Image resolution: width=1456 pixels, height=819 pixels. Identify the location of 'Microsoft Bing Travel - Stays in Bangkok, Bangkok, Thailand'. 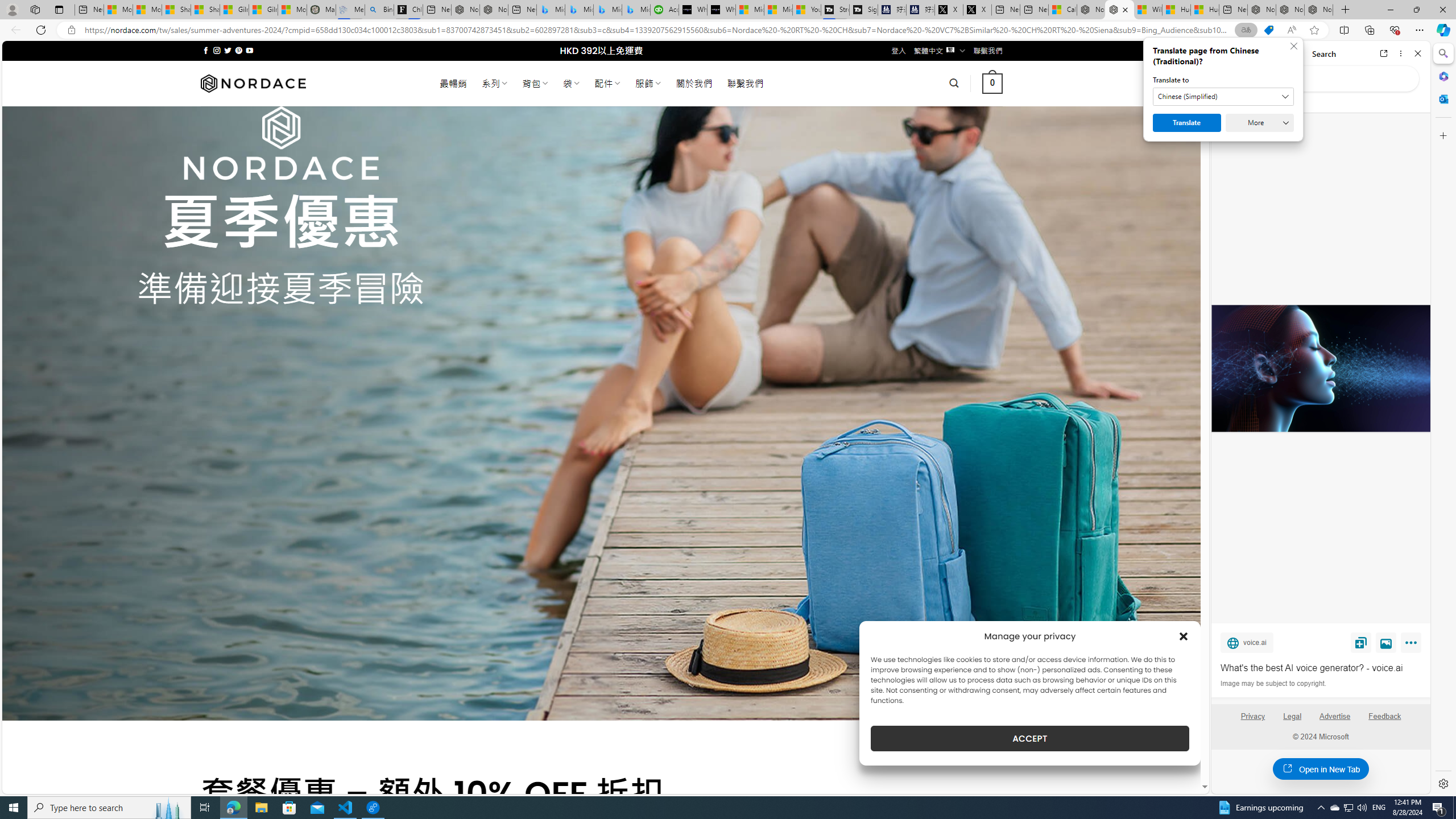
(579, 9).